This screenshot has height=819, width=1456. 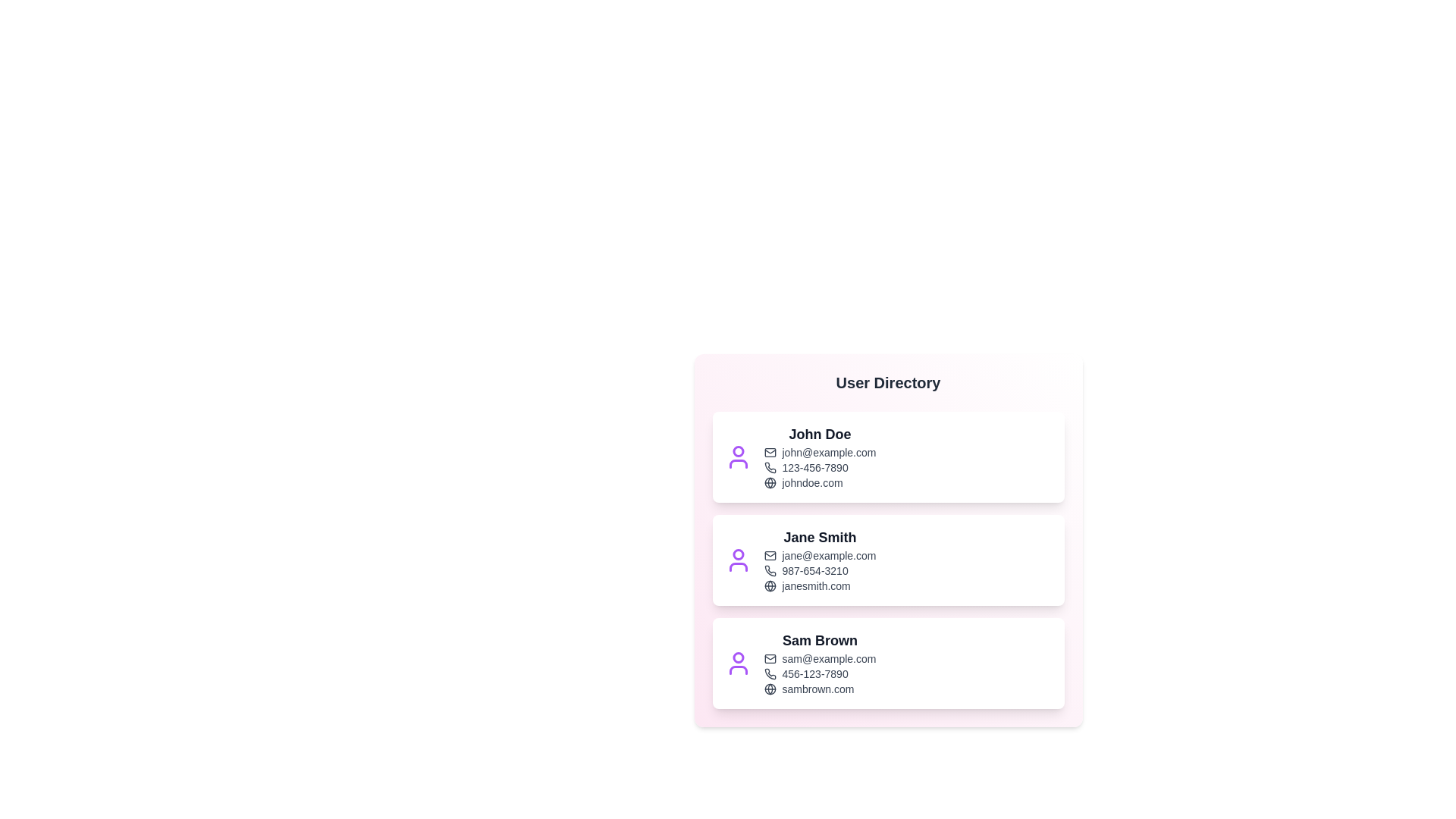 I want to click on the phone number of Sam Brown, so click(x=819, y=673).